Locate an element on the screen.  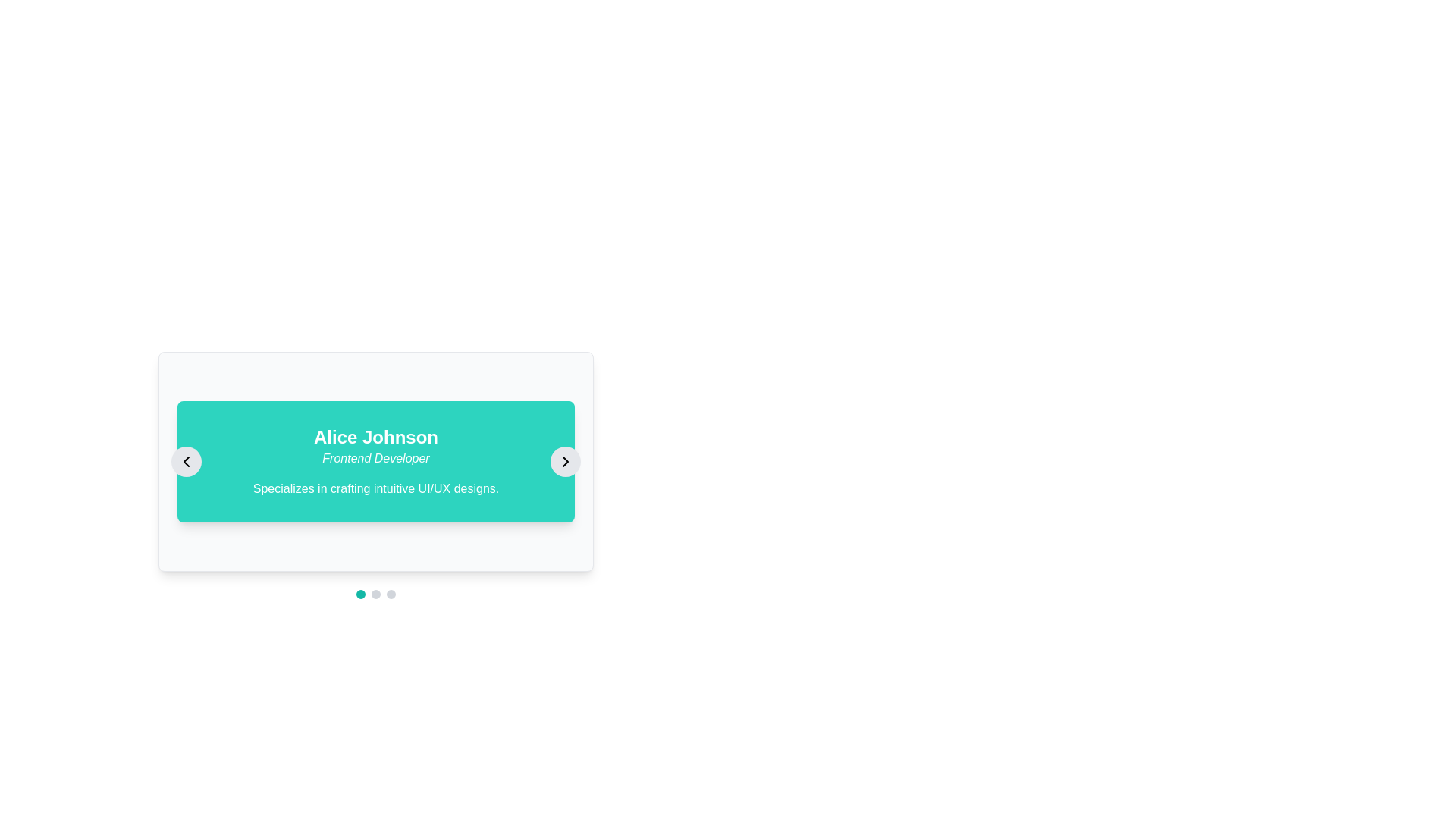
the navigational icon within the circular button on the left side of the teal card about 'Alice Johnson, Frontend Developer' is located at coordinates (185, 461).